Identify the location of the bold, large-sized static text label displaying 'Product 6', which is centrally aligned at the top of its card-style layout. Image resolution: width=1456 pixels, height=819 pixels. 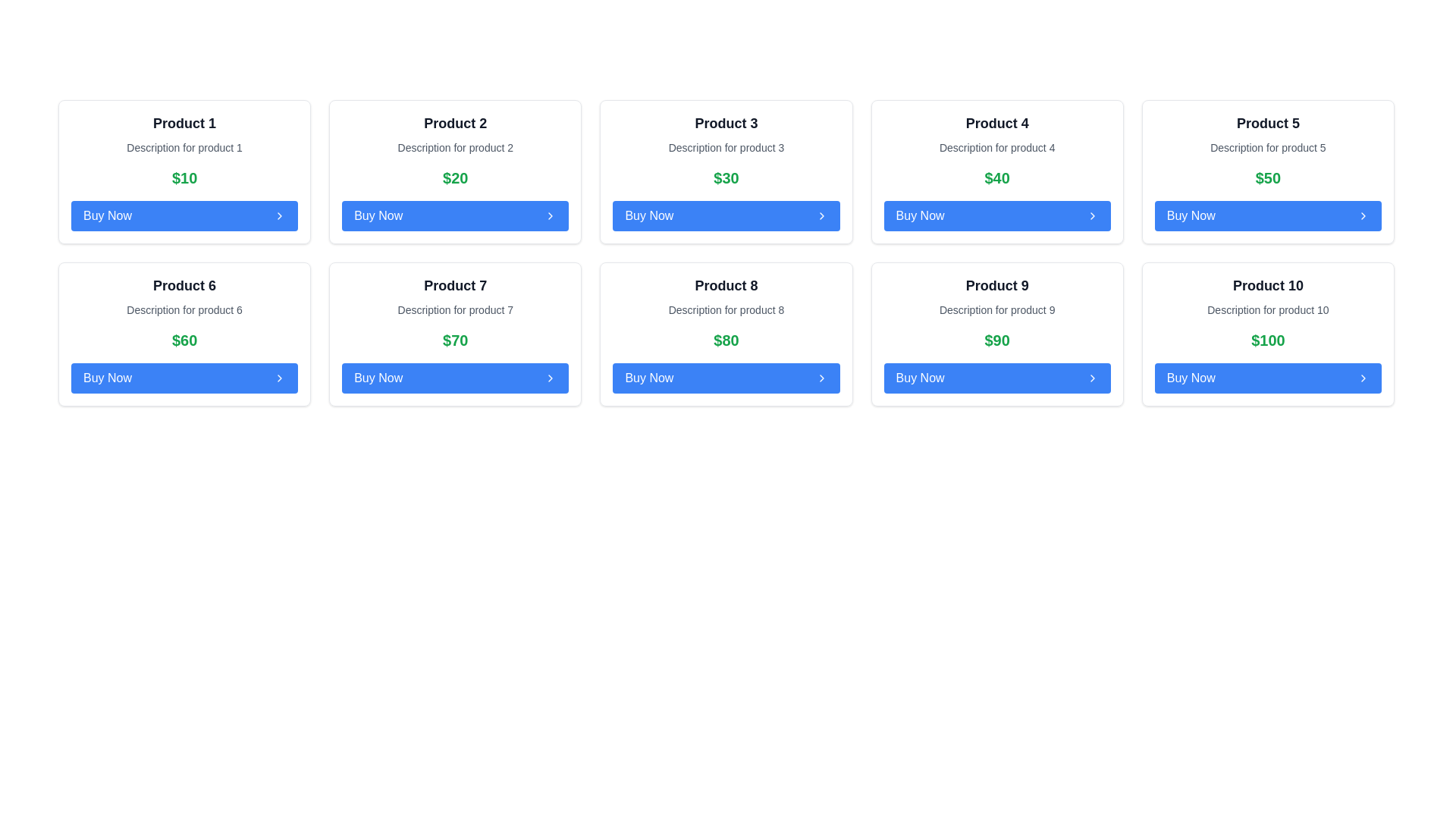
(184, 286).